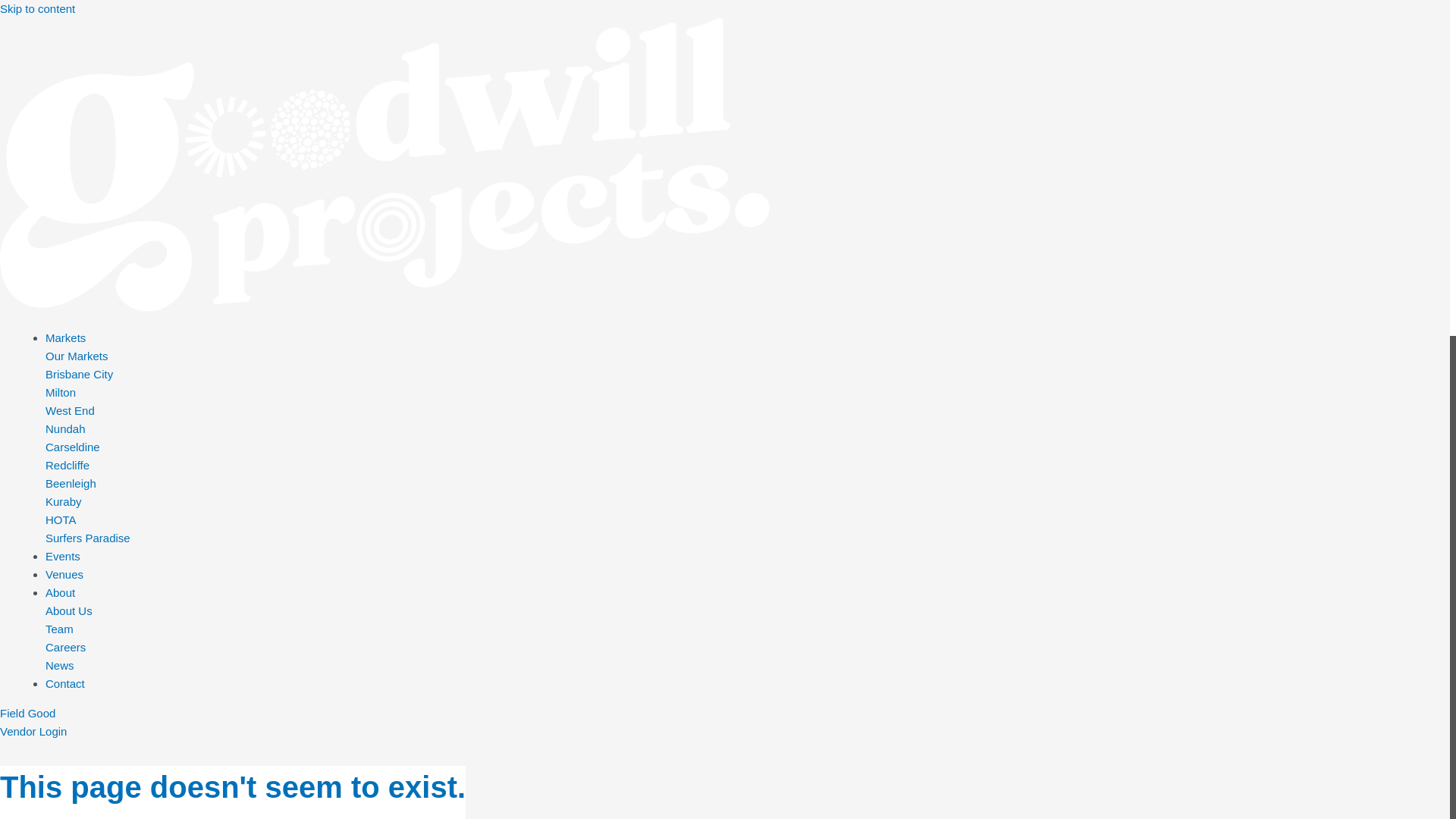  Describe the element at coordinates (45, 356) in the screenshot. I see `'Our Markets'` at that location.